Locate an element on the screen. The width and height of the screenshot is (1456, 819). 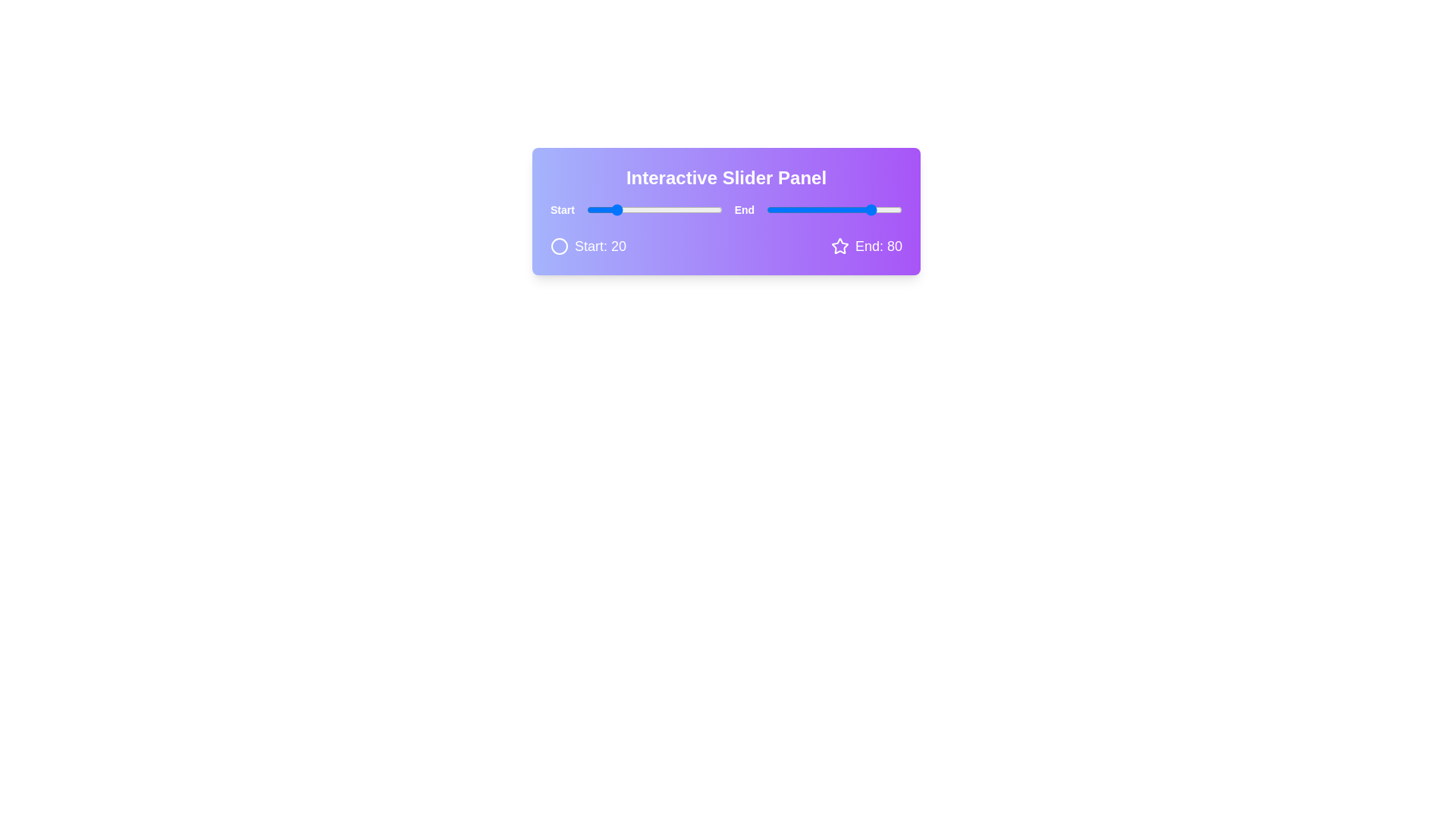
the start slider is located at coordinates (619, 210).